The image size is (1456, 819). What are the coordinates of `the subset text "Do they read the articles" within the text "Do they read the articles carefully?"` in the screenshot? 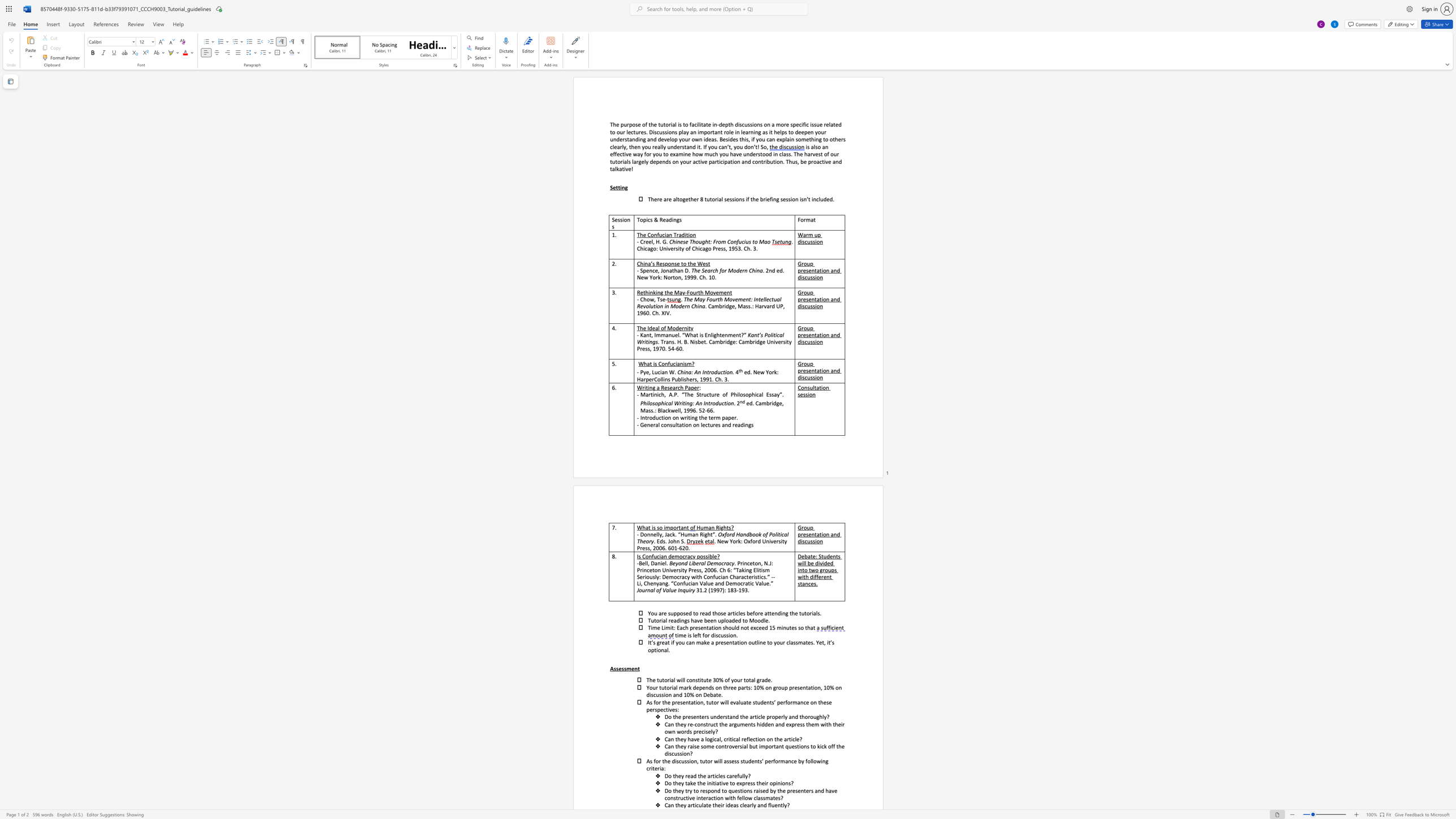 It's located at (664, 775).